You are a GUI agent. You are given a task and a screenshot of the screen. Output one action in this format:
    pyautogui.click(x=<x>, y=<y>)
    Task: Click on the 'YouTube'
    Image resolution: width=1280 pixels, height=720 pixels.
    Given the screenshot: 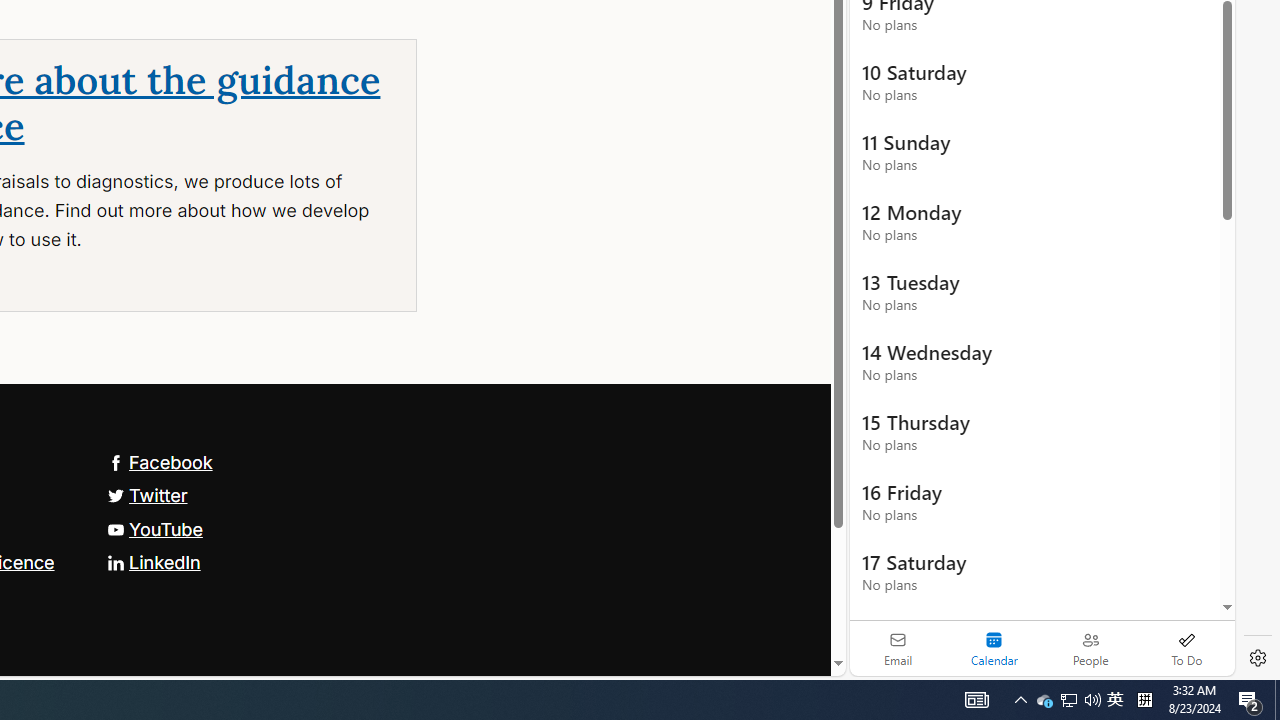 What is the action you would take?
    pyautogui.click(x=153, y=527)
    